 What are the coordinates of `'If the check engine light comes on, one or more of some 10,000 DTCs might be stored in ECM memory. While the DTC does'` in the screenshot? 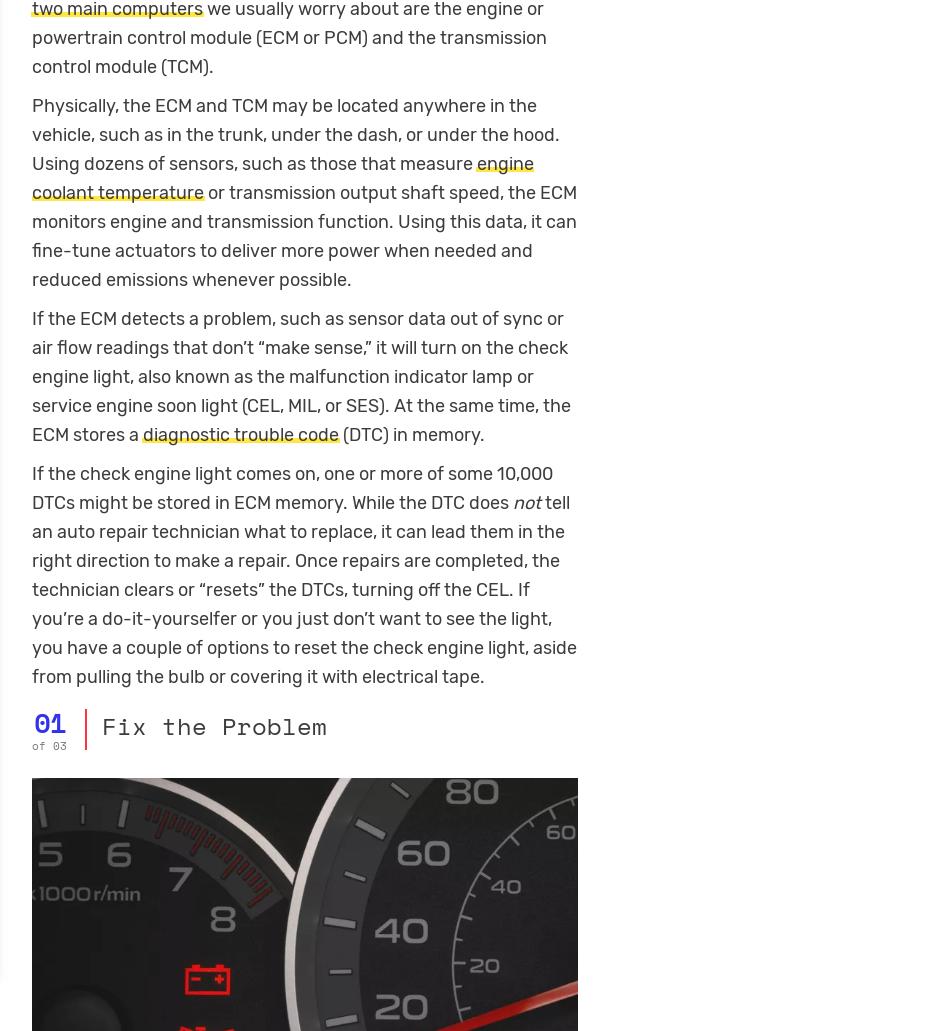 It's located at (291, 488).